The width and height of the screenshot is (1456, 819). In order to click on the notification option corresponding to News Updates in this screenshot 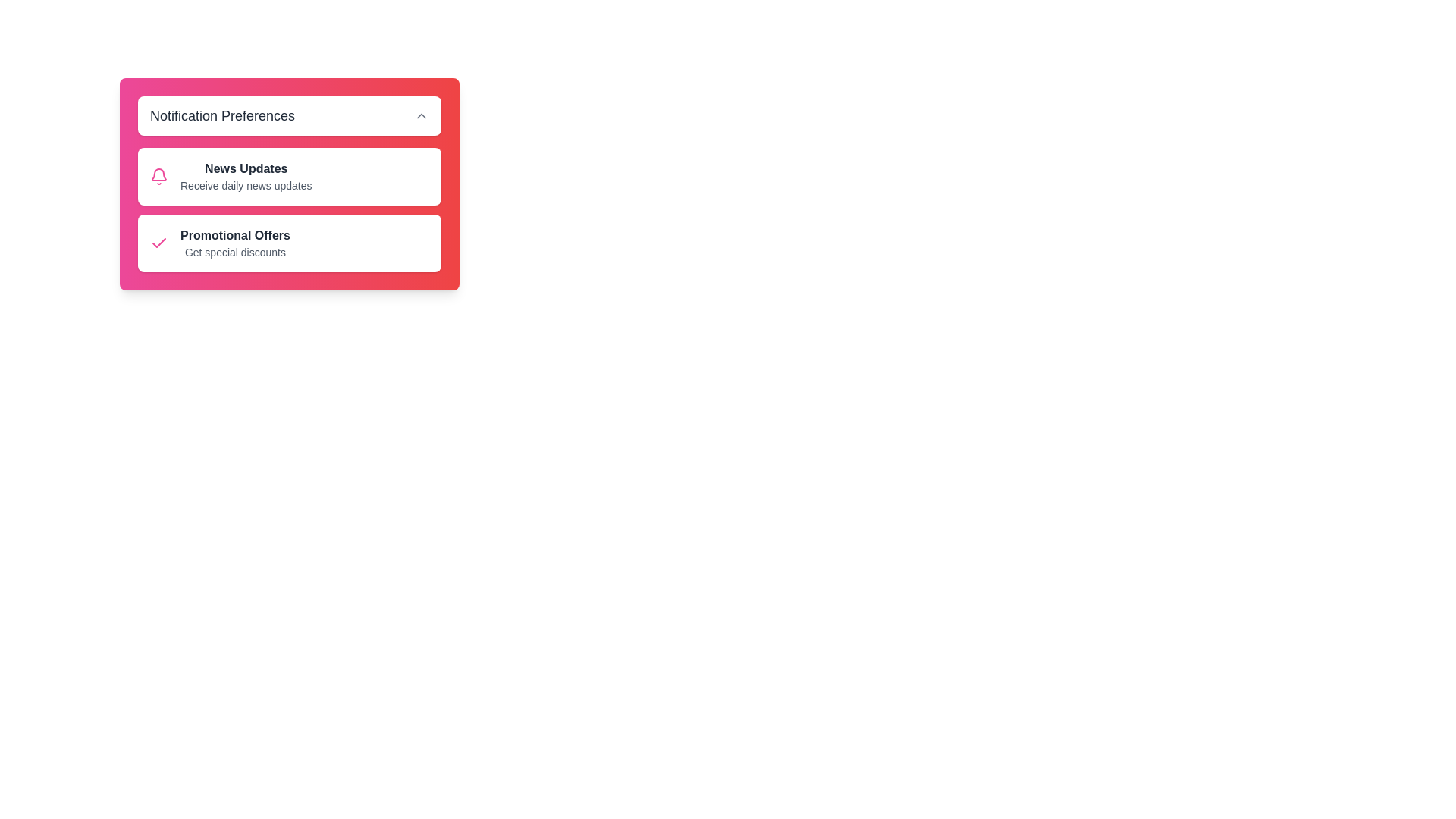, I will do `click(159, 175)`.